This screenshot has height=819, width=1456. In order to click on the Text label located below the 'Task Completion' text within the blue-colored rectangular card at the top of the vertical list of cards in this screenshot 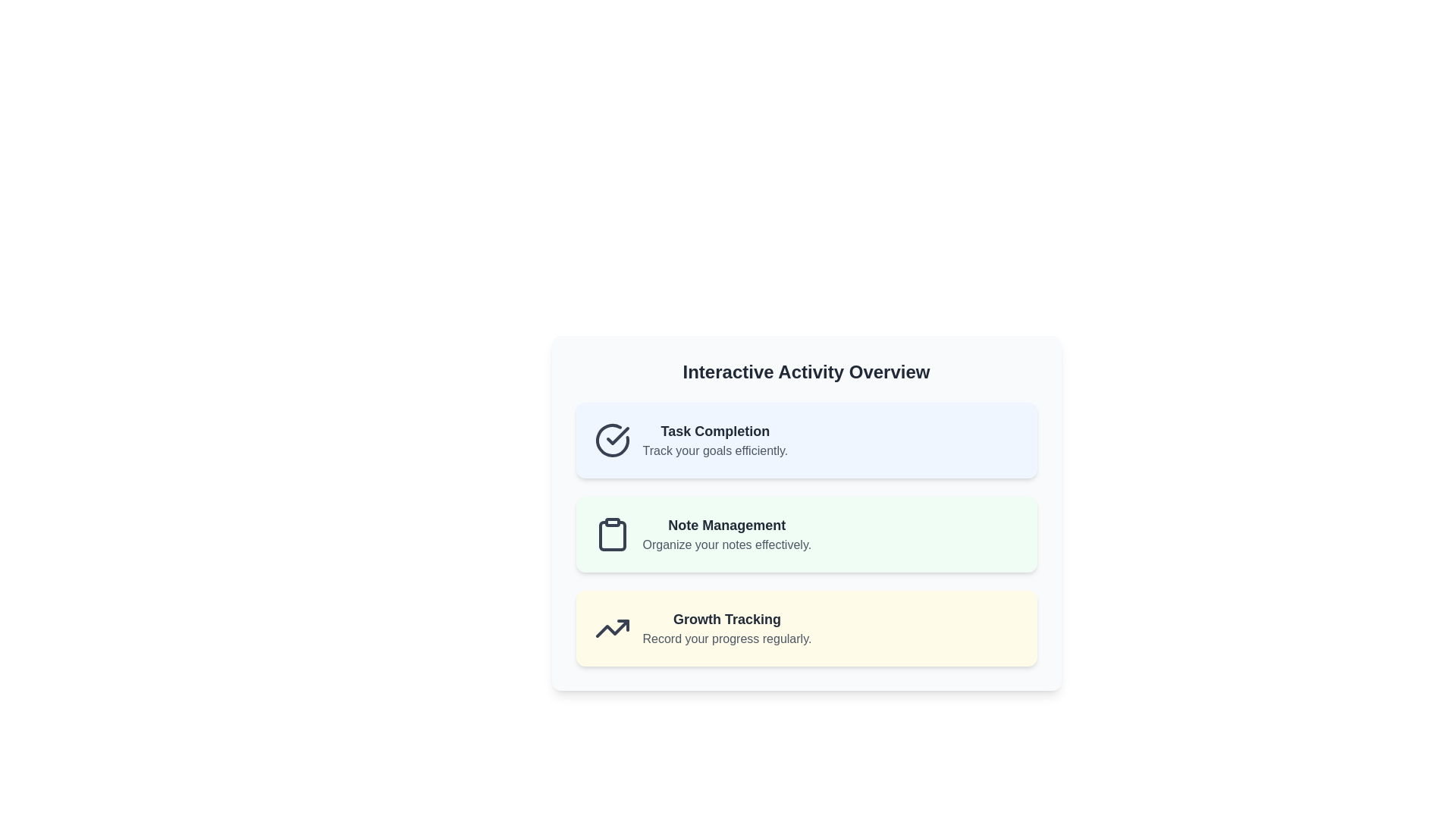, I will do `click(714, 450)`.